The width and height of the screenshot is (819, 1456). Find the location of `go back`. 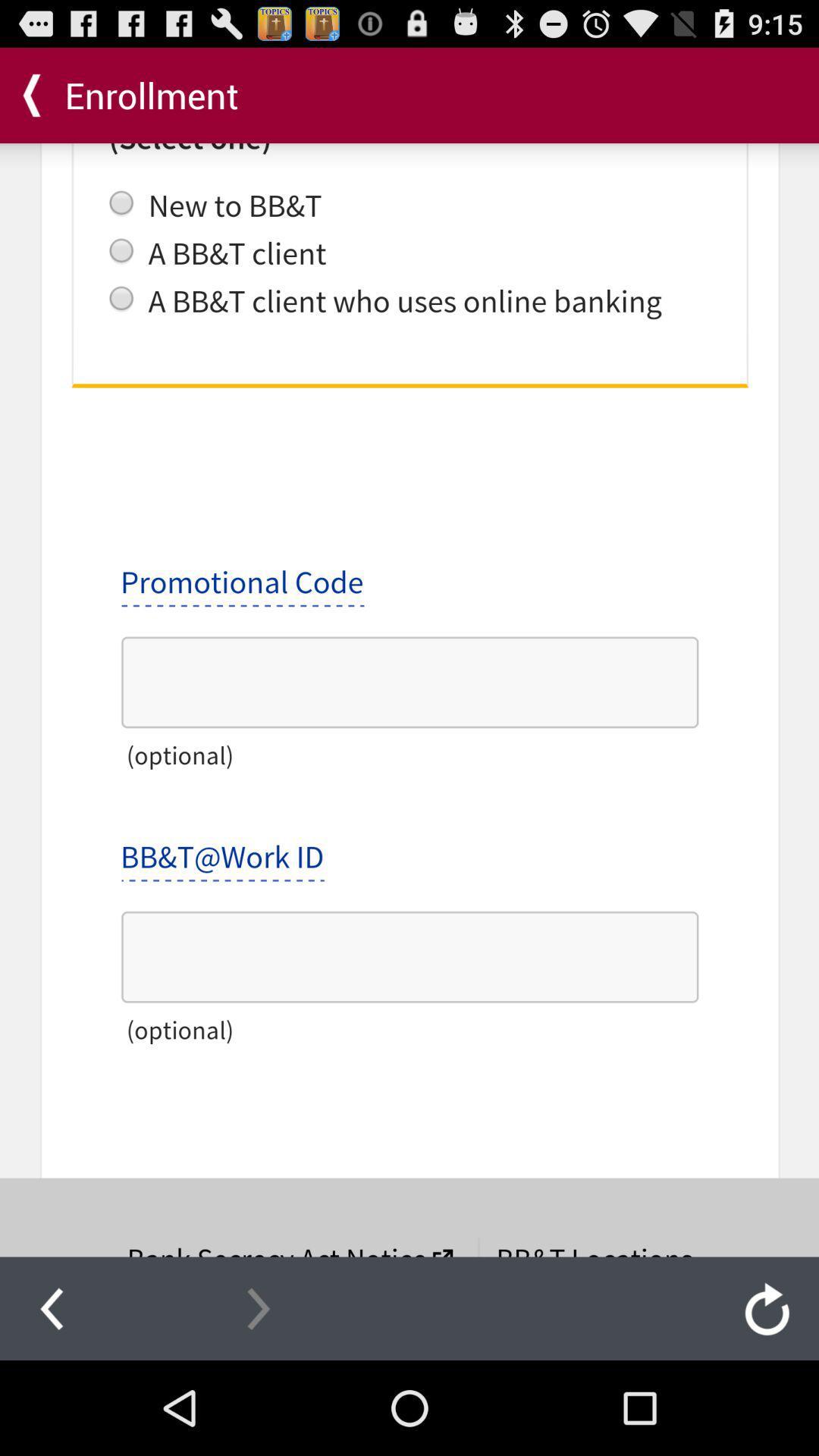

go back is located at coordinates (51, 1307).